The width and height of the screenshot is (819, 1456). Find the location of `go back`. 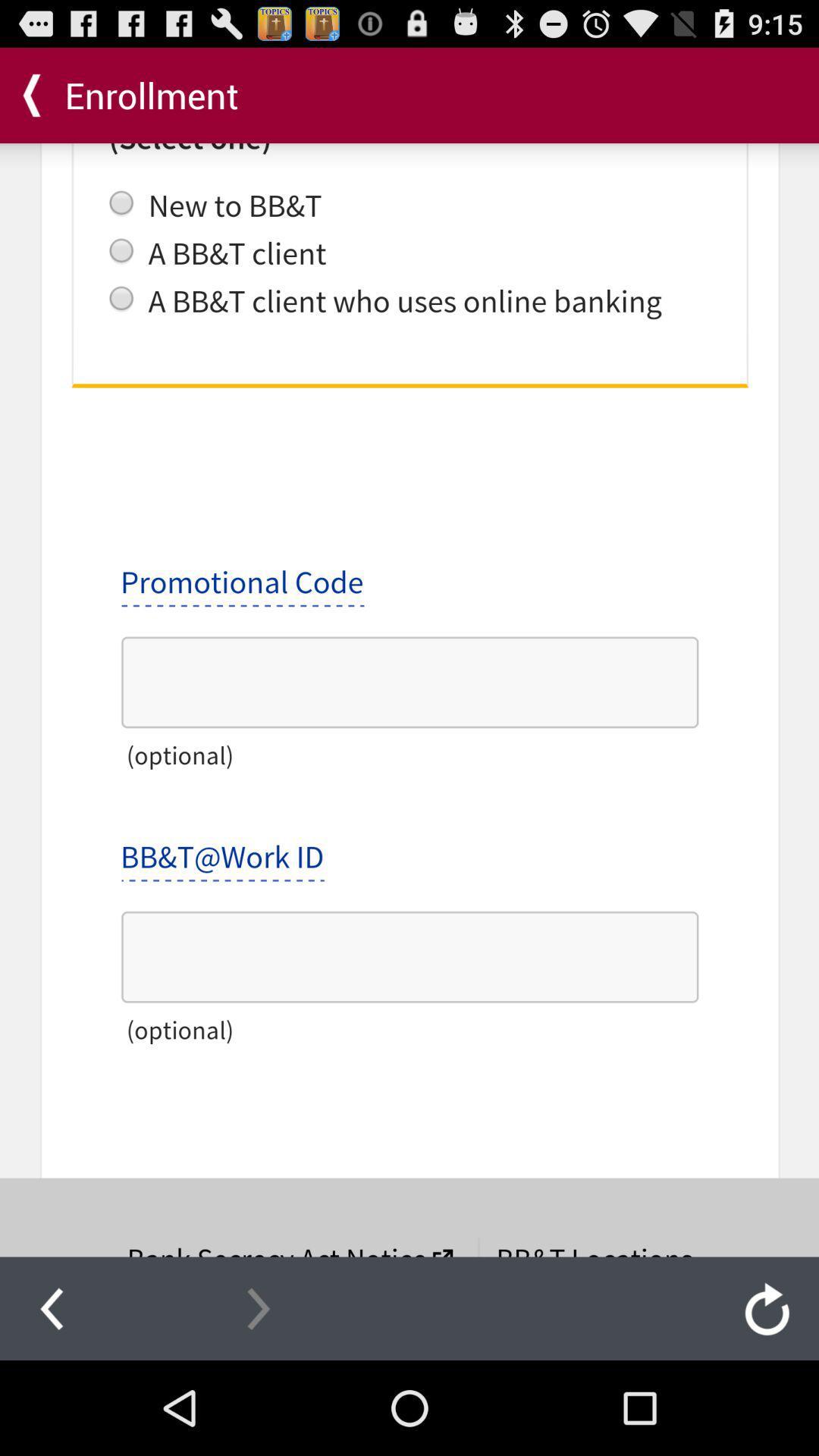

go back is located at coordinates (51, 1307).